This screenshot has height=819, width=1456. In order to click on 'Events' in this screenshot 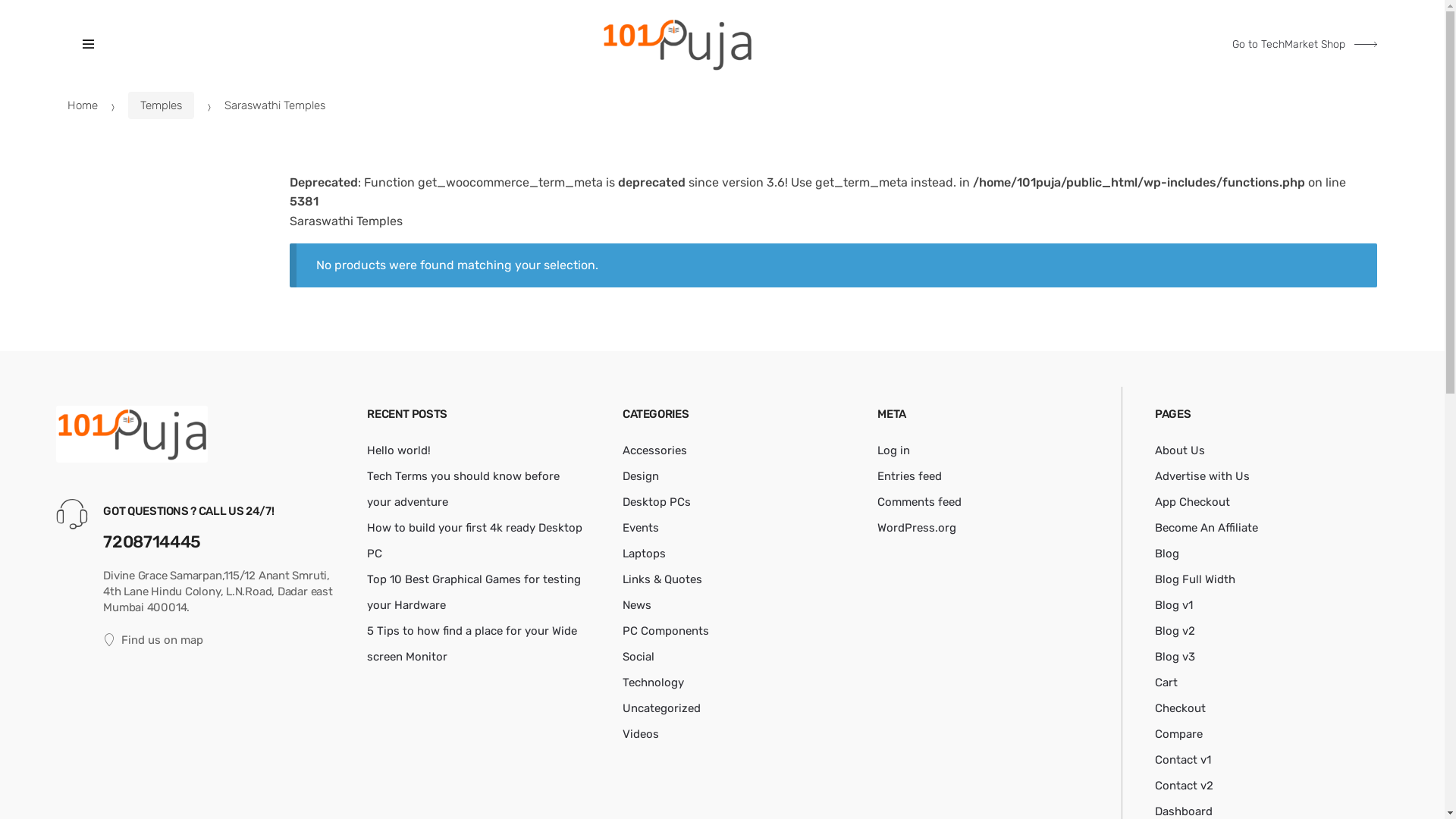, I will do `click(640, 526)`.